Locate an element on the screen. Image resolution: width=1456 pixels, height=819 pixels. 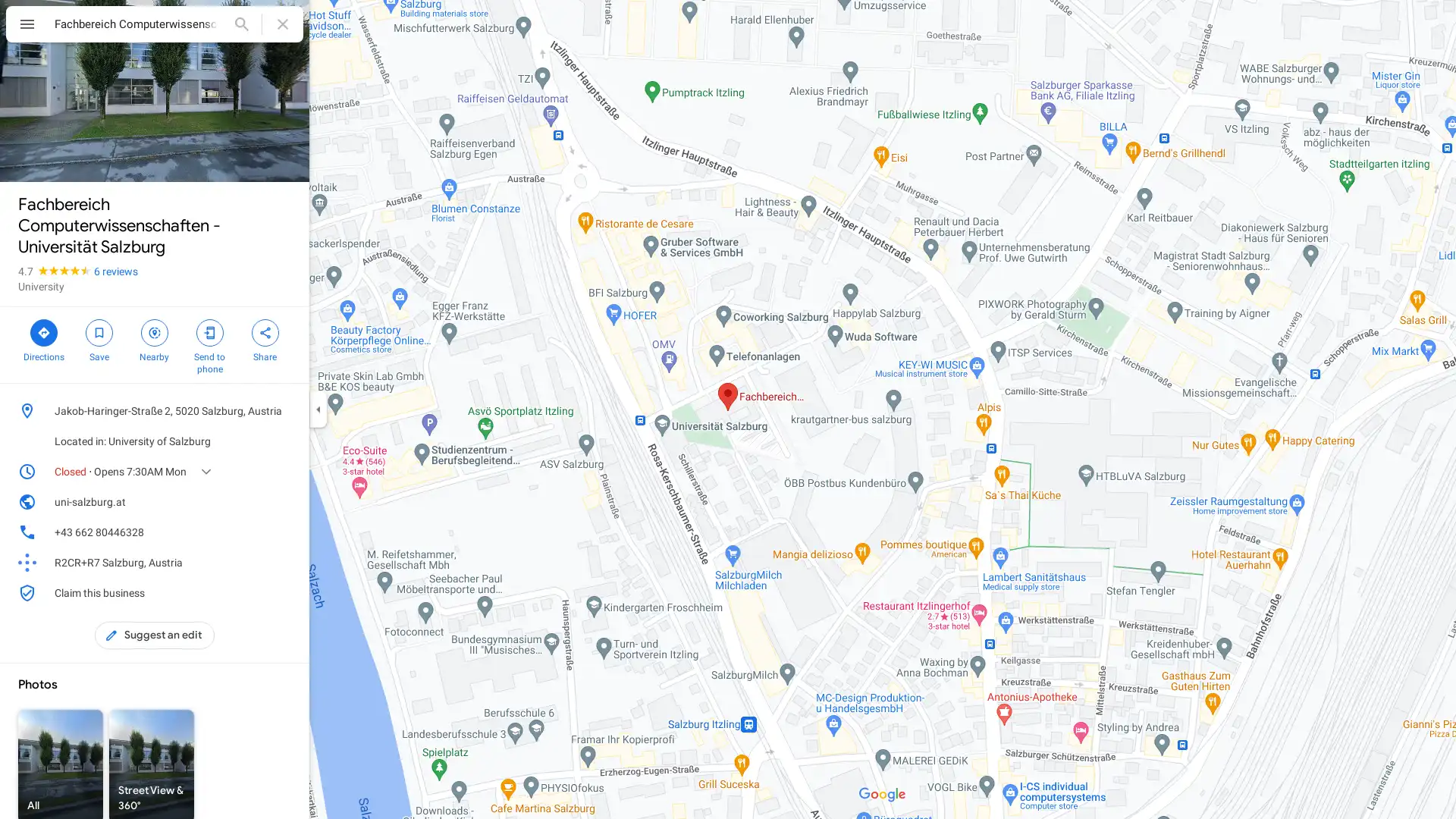
Share Fachbereich Computerwissenschaften - Universitat Salzburg is located at coordinates (265, 338).